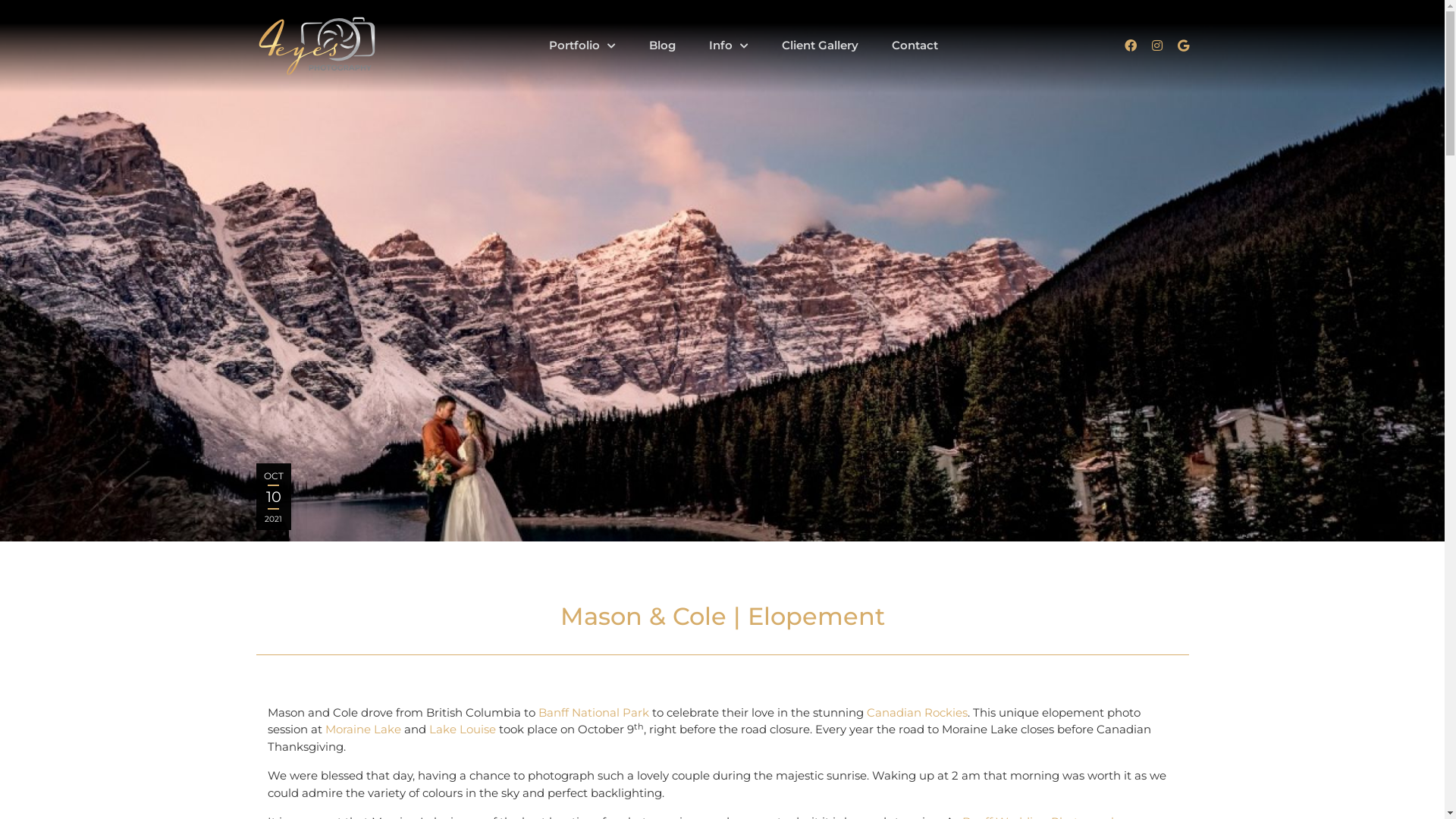 Image resolution: width=1456 pixels, height=819 pixels. I want to click on 'Canadian Rockies', so click(915, 712).